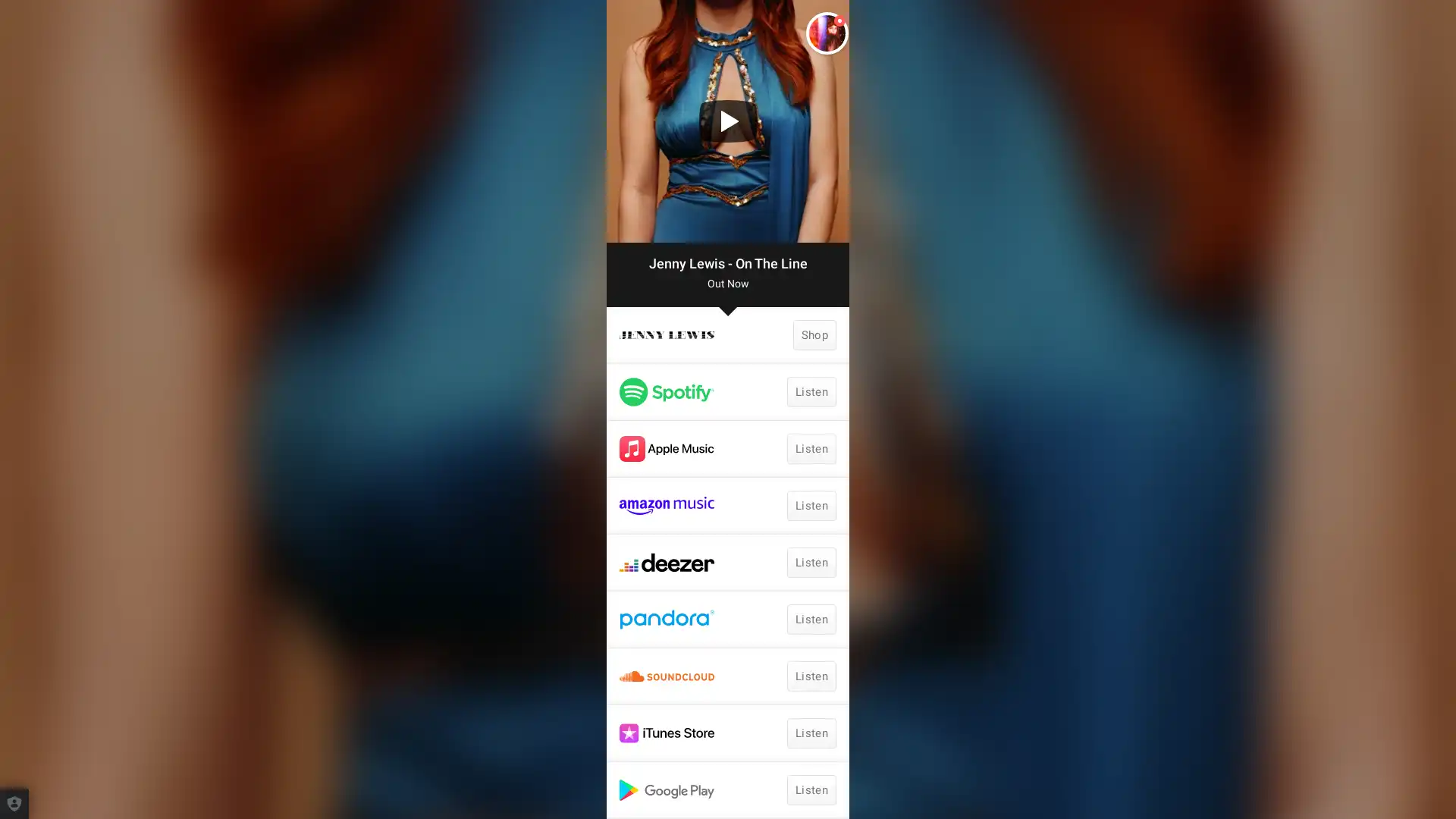  What do you see at coordinates (811, 789) in the screenshot?
I see `Listen` at bounding box center [811, 789].